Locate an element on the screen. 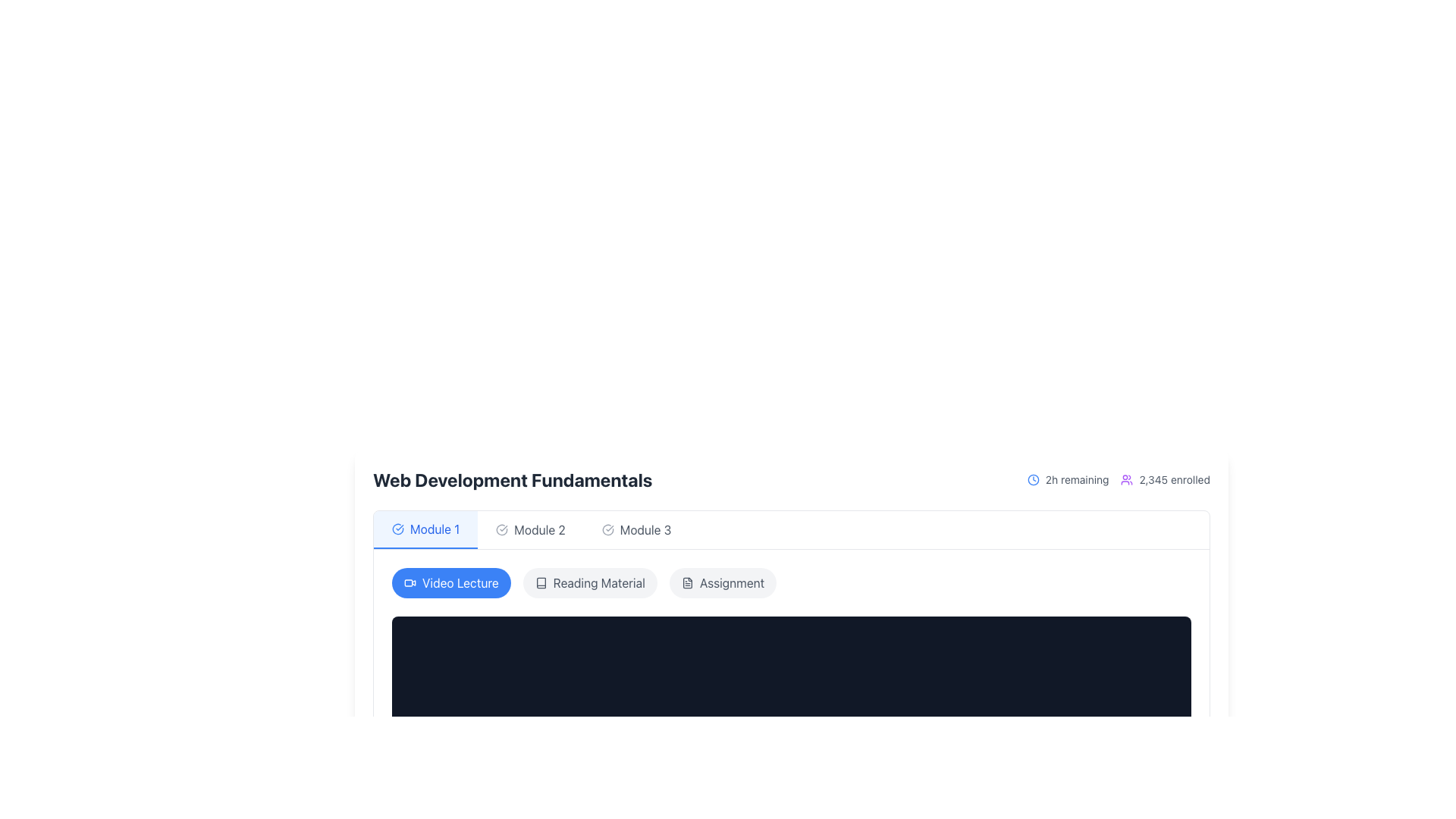  the document icon, which is a minimalistic, vertically-oriented rectangular graphical representation with a folded corner, located within an SVG graphic is located at coordinates (686, 582).